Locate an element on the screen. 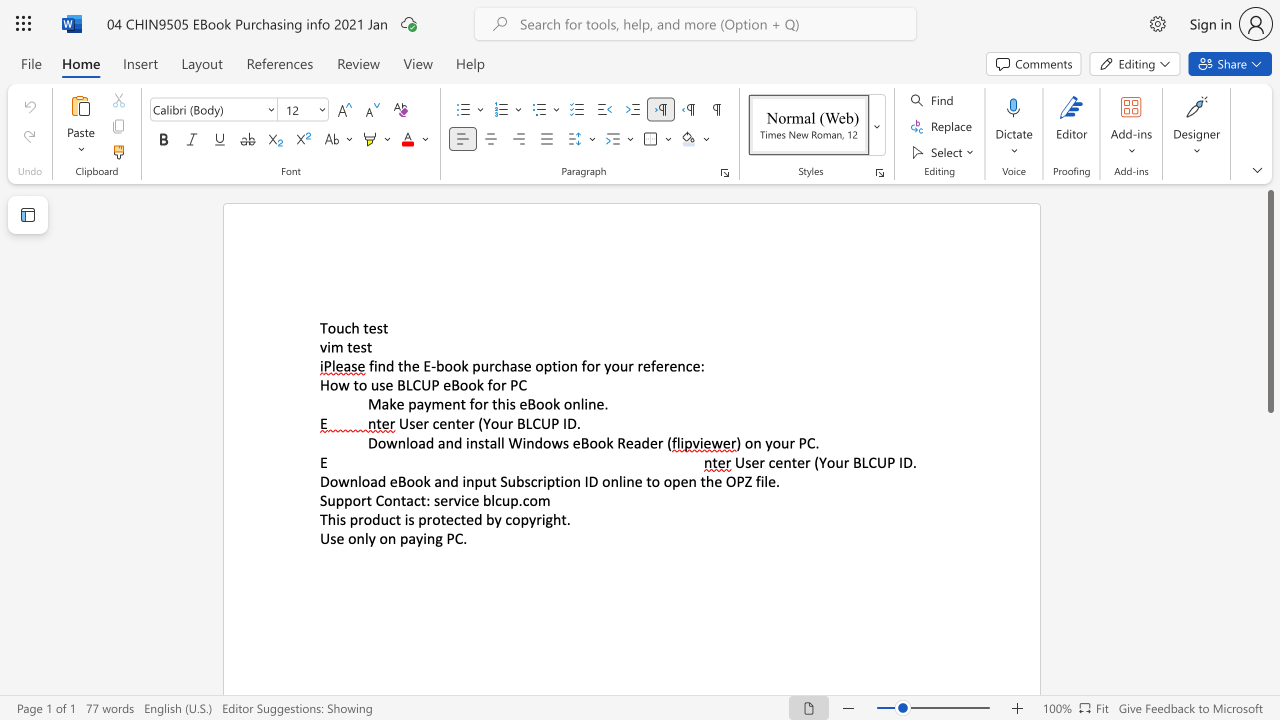 The width and height of the screenshot is (1280, 720). the subset text "your refe" within the text "for your reference:" is located at coordinates (603, 366).